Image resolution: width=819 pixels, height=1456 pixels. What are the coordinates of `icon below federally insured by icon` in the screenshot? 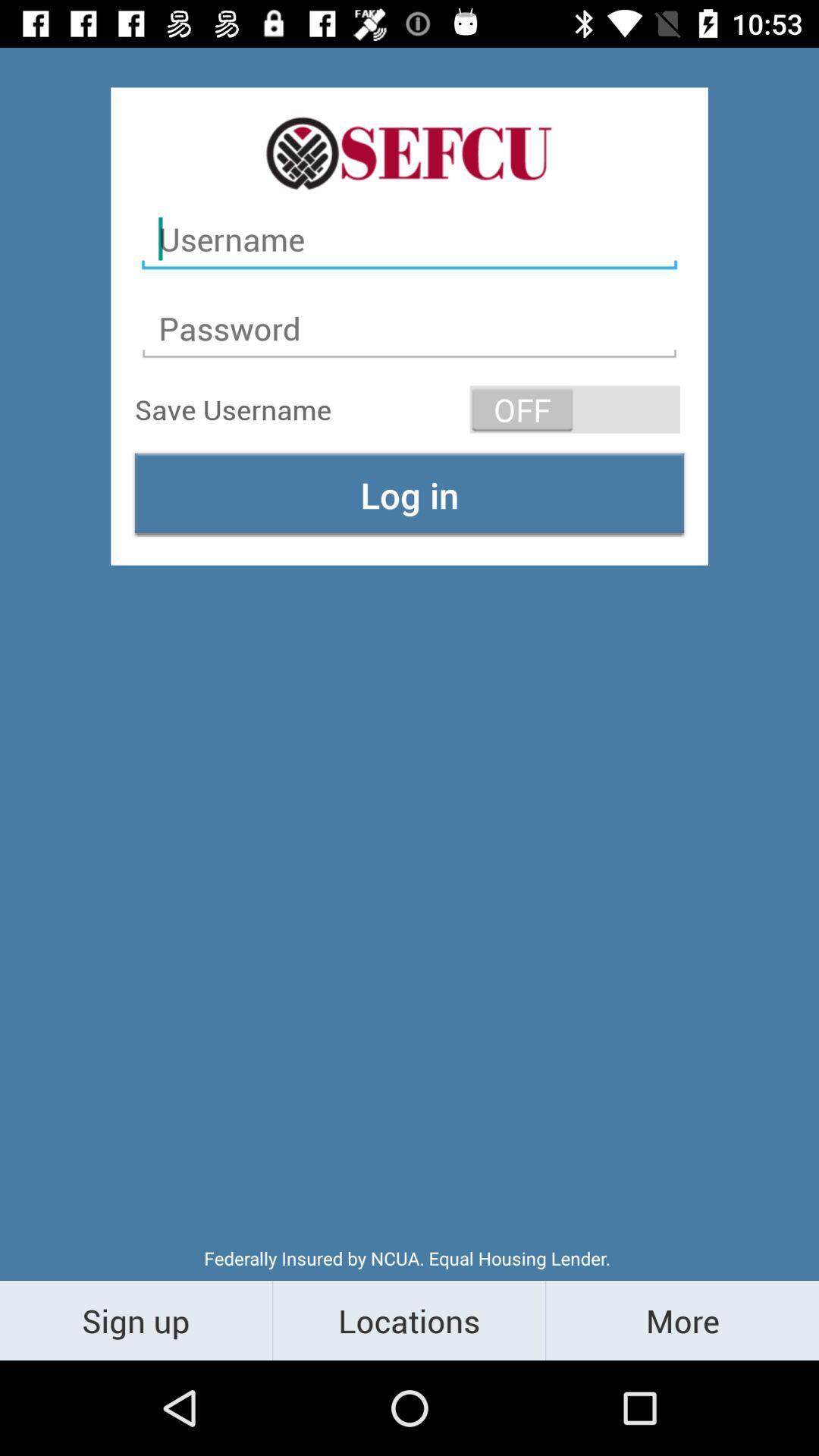 It's located at (681, 1319).